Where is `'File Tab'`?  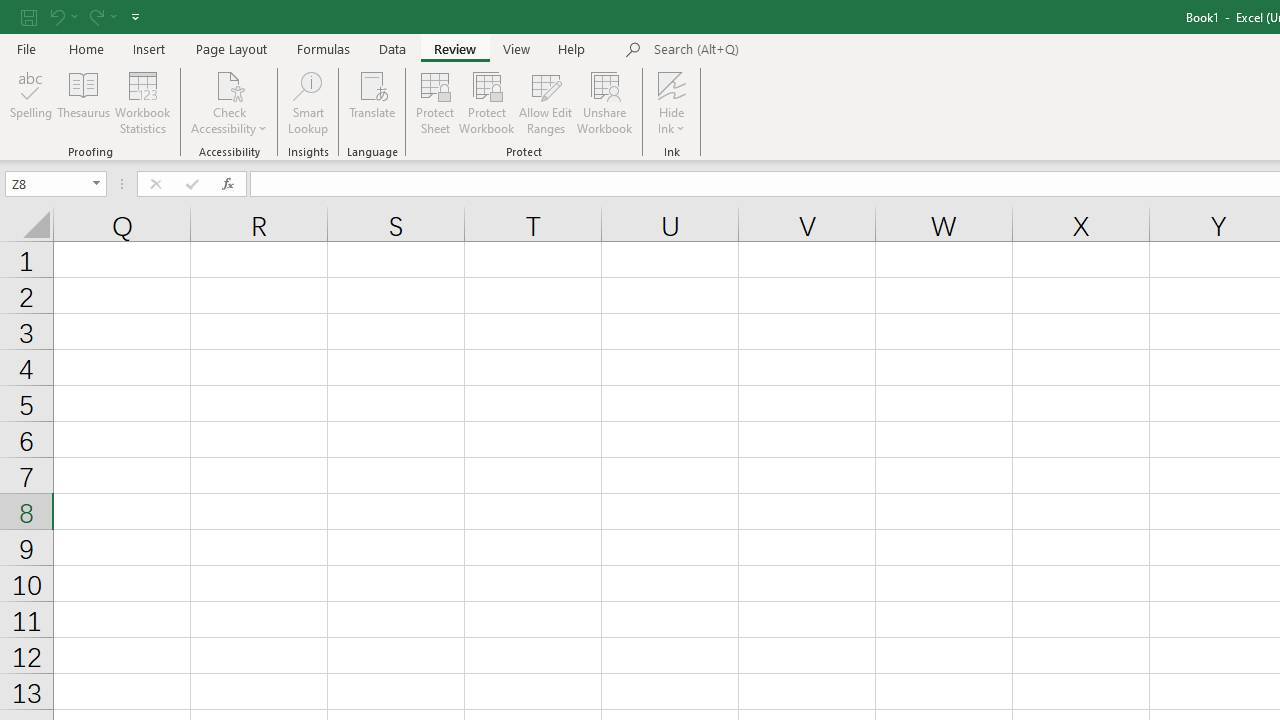 'File Tab' is located at coordinates (26, 47).